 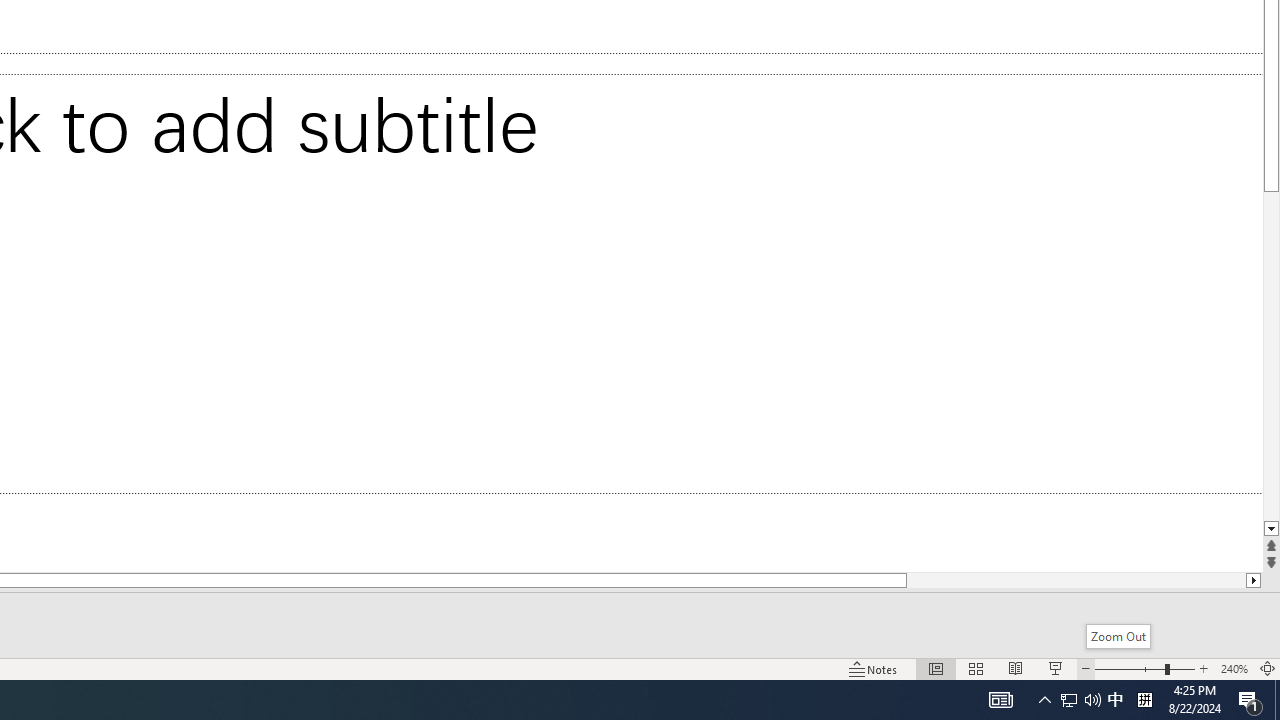 What do you see at coordinates (1233, 669) in the screenshot?
I see `'Zoom 240%'` at bounding box center [1233, 669].